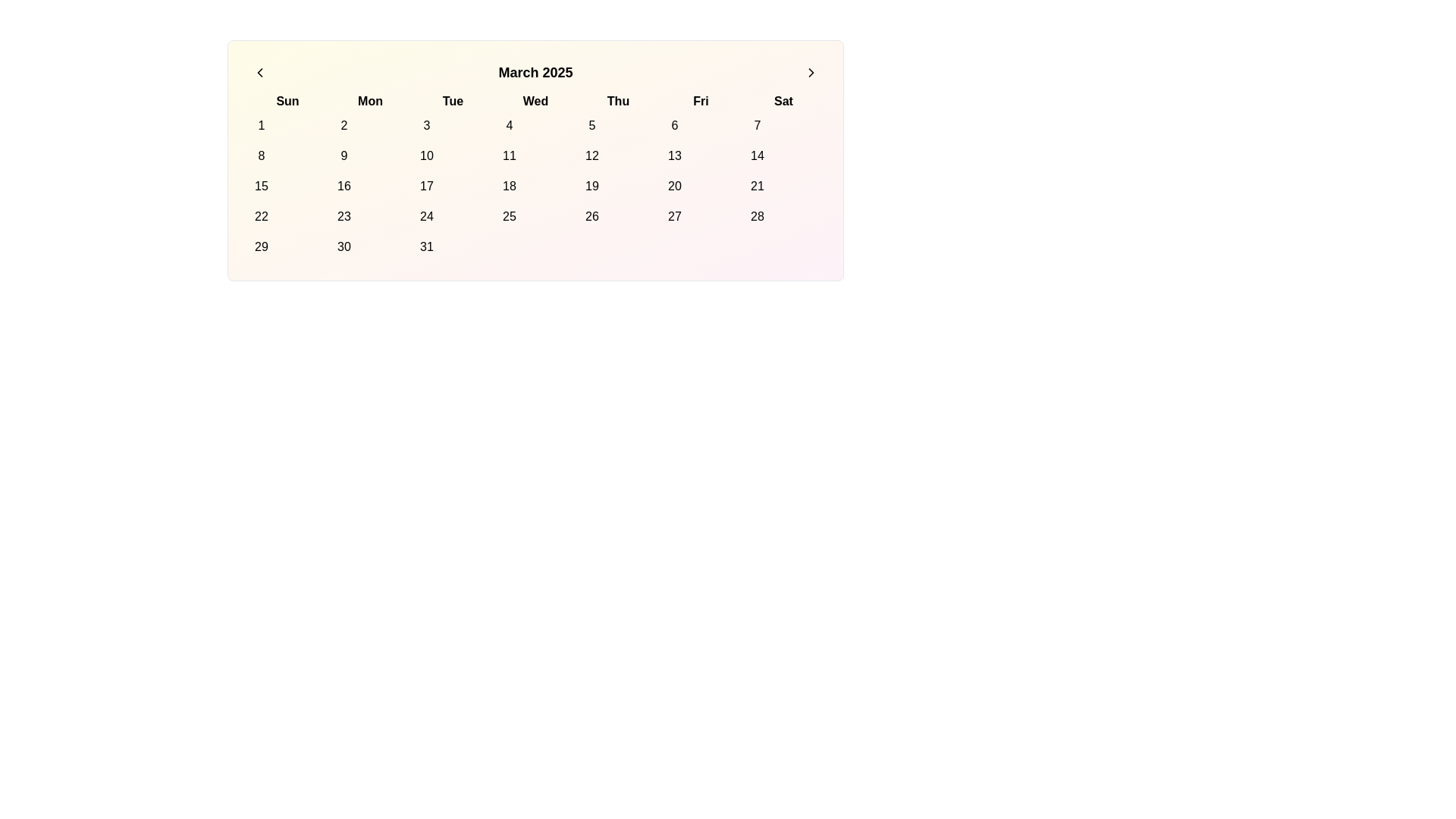 The image size is (1456, 819). Describe the element at coordinates (811, 73) in the screenshot. I see `the rightward arrow icon button located at the far right end of the top bar of the calendar component` at that location.